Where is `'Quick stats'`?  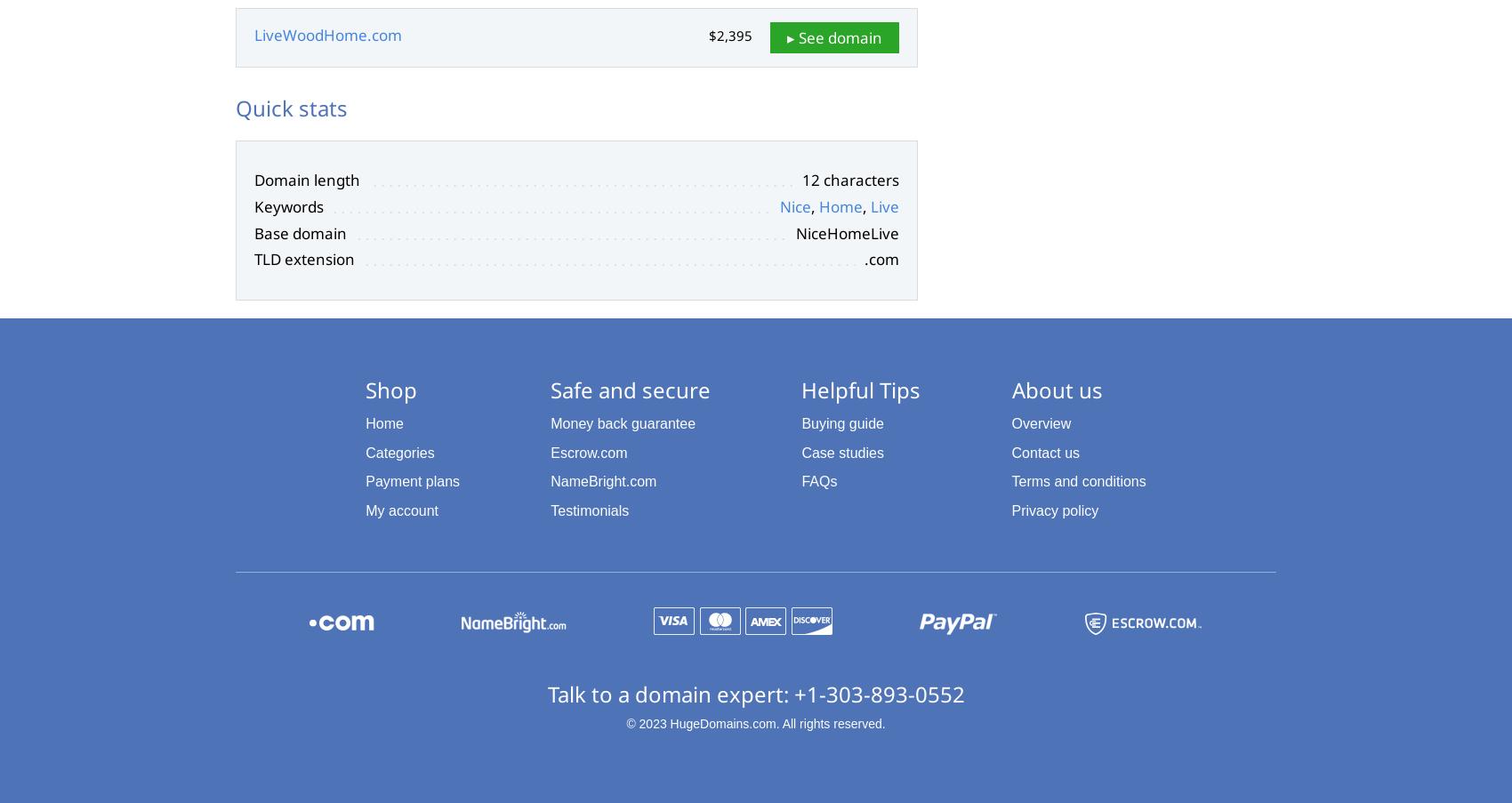 'Quick stats' is located at coordinates (290, 108).